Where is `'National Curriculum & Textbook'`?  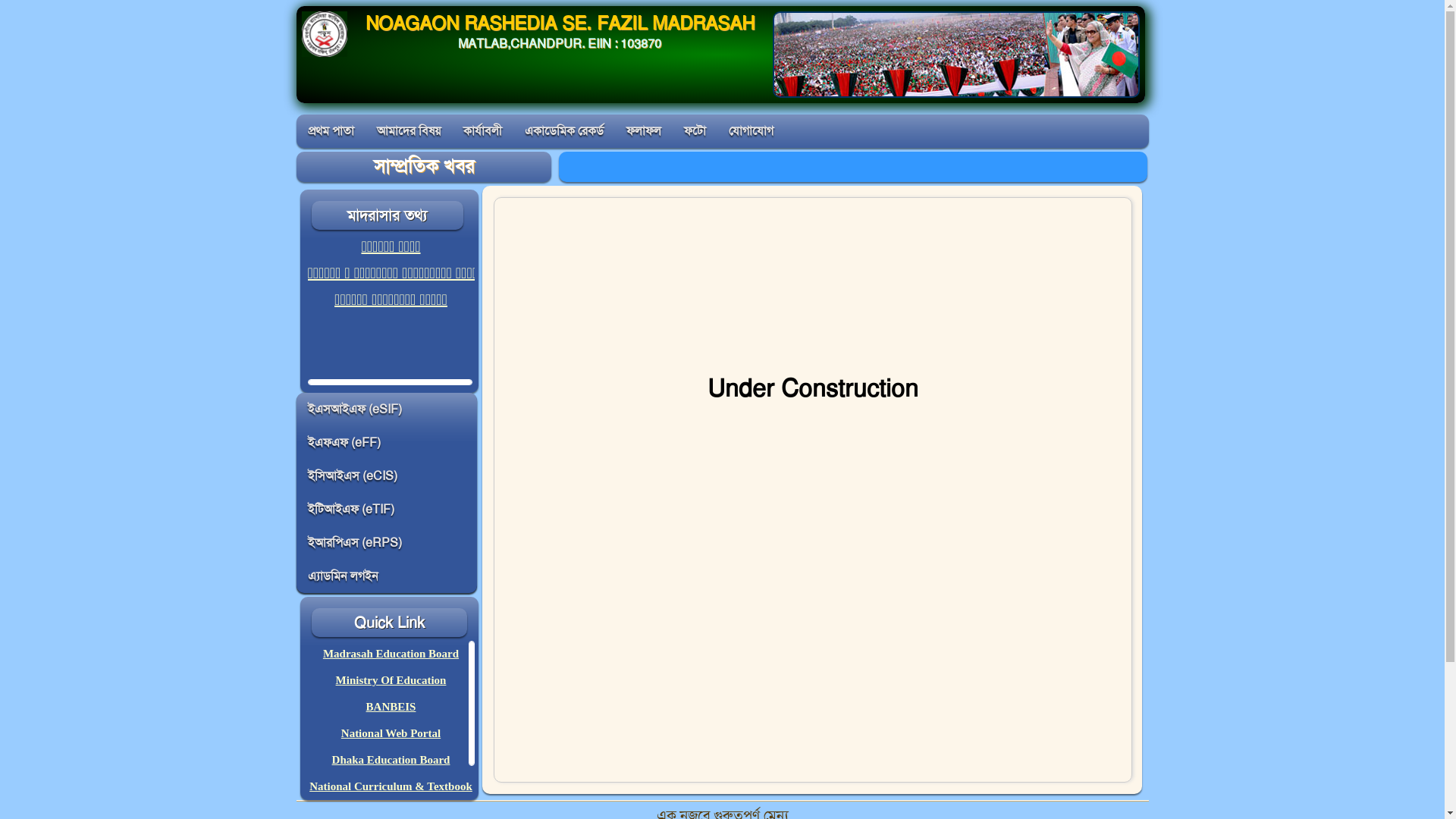 'National Curriculum & Textbook' is located at coordinates (391, 786).